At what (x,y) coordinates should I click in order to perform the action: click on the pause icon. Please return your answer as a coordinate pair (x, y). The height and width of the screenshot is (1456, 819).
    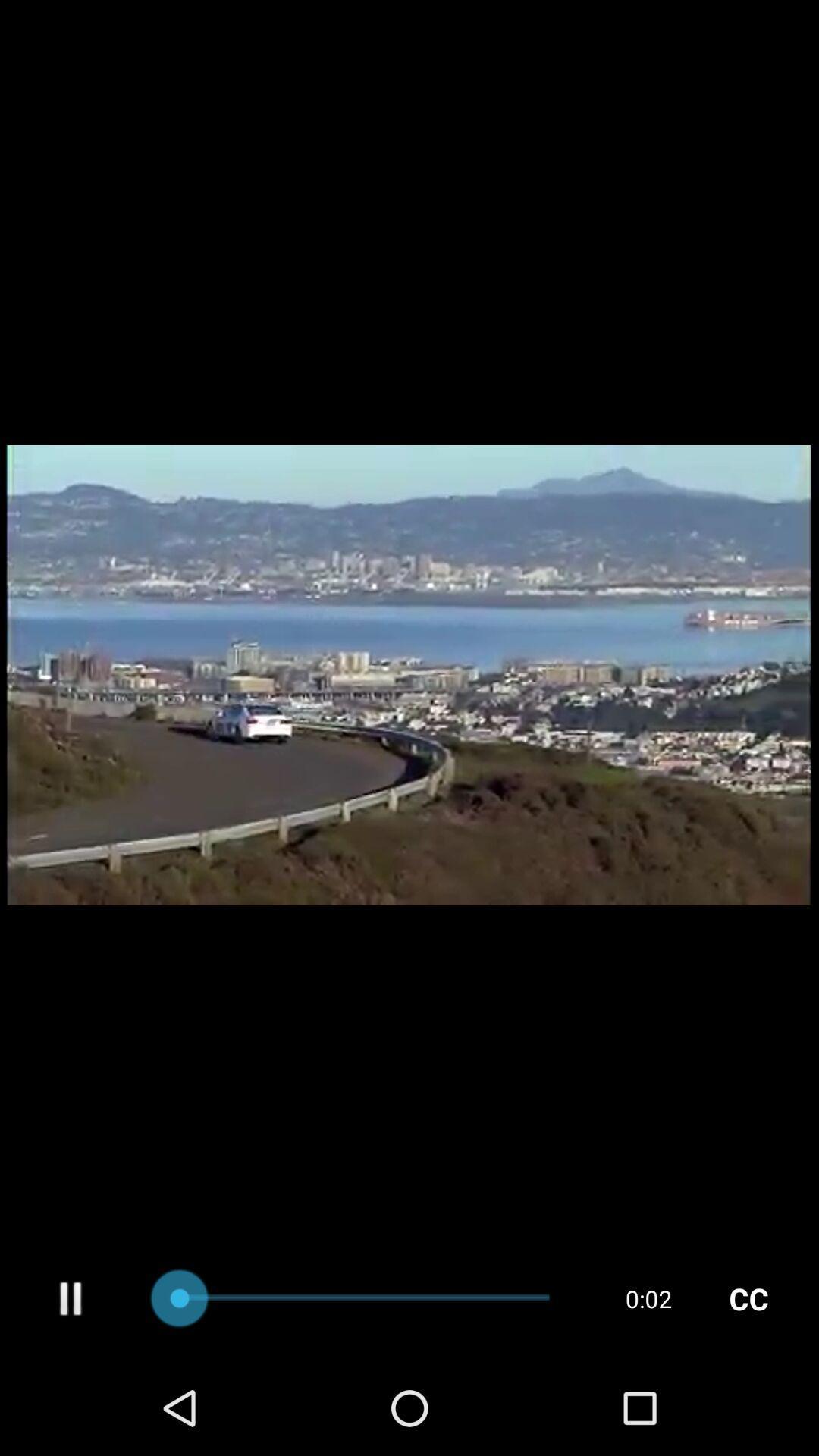
    Looking at the image, I should click on (71, 1389).